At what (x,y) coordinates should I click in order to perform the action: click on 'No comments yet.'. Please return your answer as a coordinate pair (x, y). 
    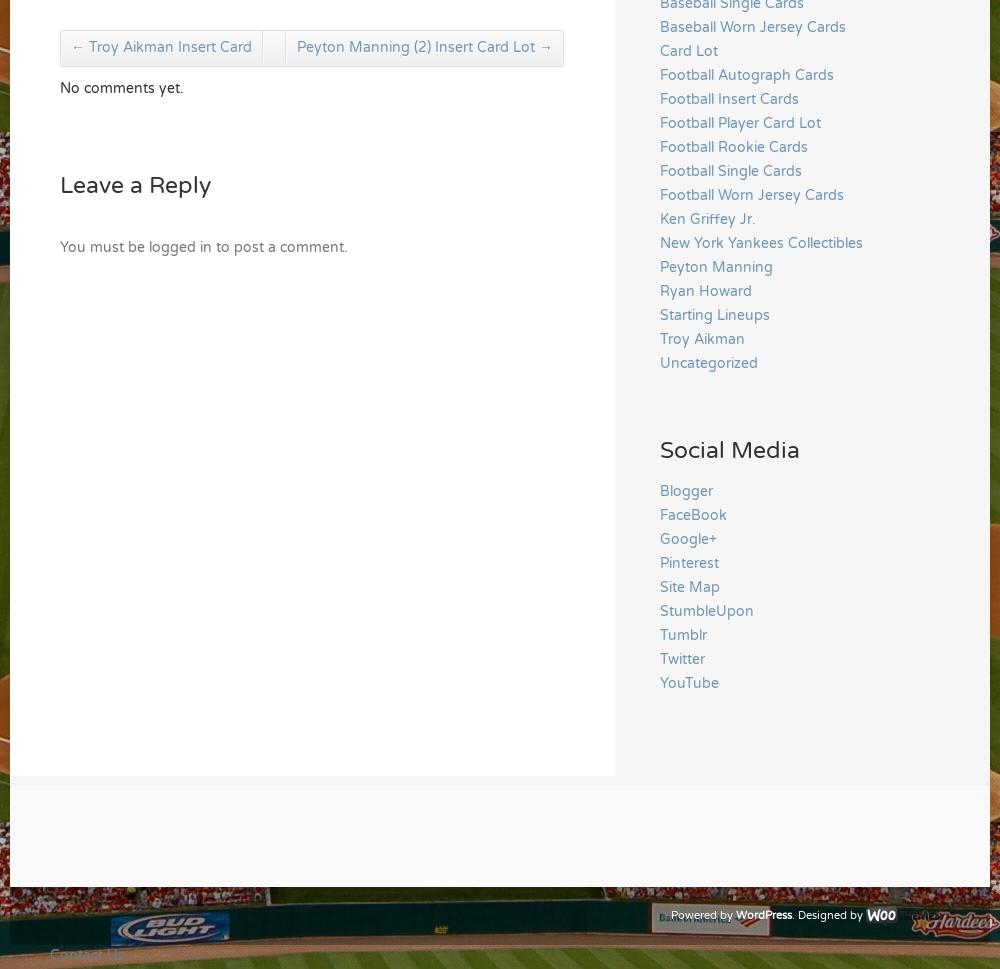
    Looking at the image, I should click on (121, 87).